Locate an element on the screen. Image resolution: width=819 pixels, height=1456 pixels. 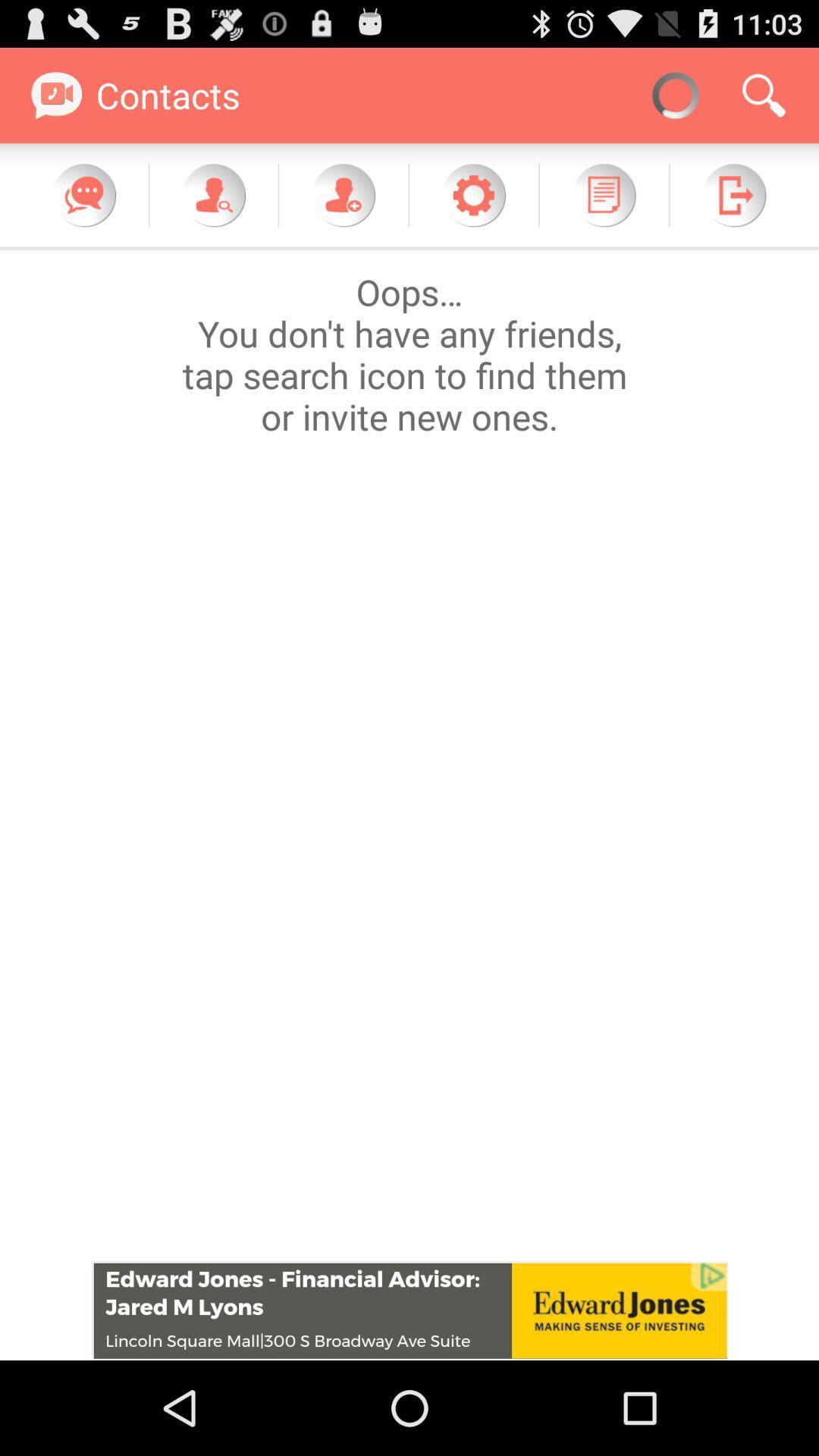
invite new friends is located at coordinates (343, 194).